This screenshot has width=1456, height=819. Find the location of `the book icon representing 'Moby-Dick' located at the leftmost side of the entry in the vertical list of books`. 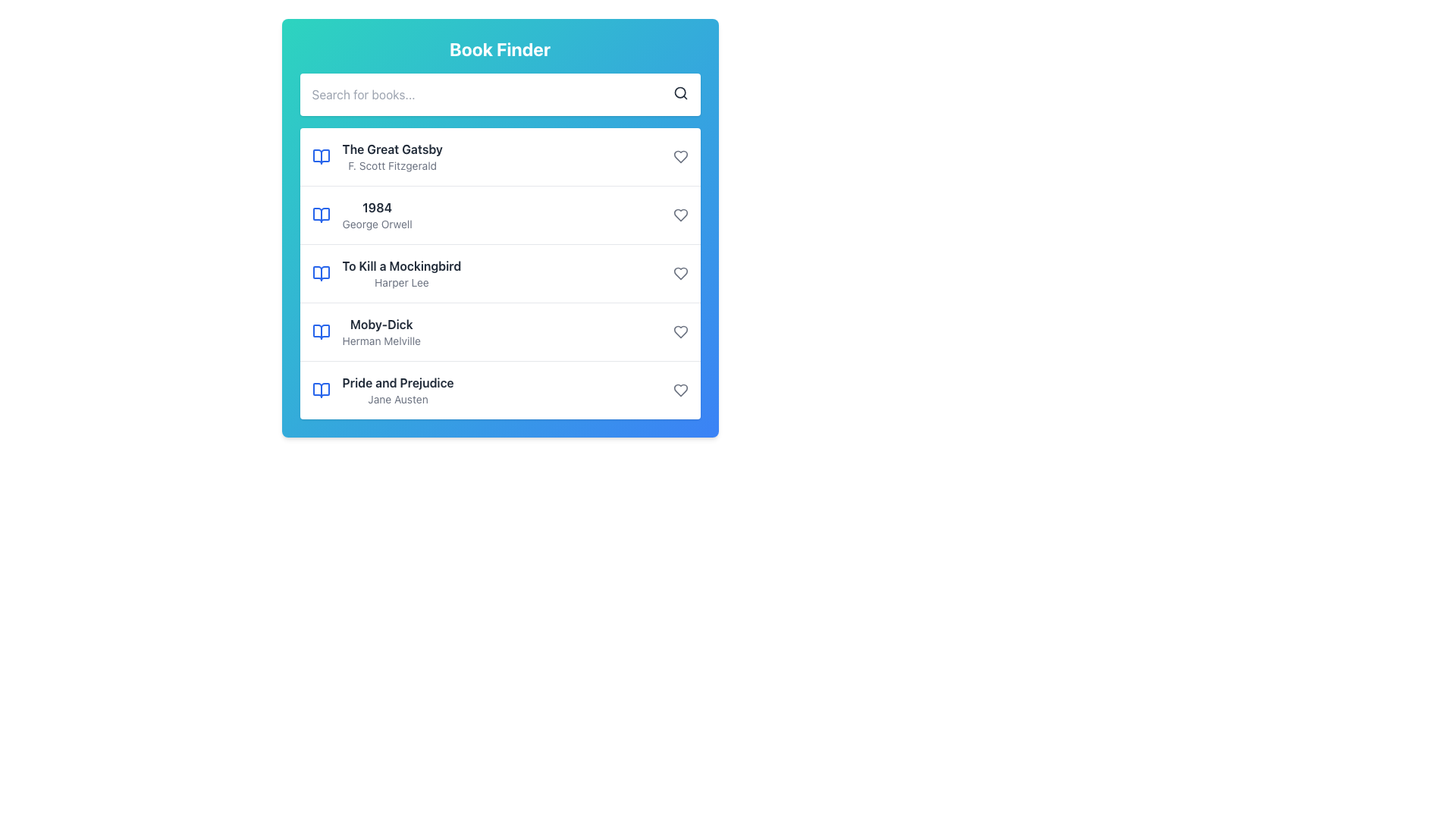

the book icon representing 'Moby-Dick' located at the leftmost side of the entry in the vertical list of books is located at coordinates (320, 331).